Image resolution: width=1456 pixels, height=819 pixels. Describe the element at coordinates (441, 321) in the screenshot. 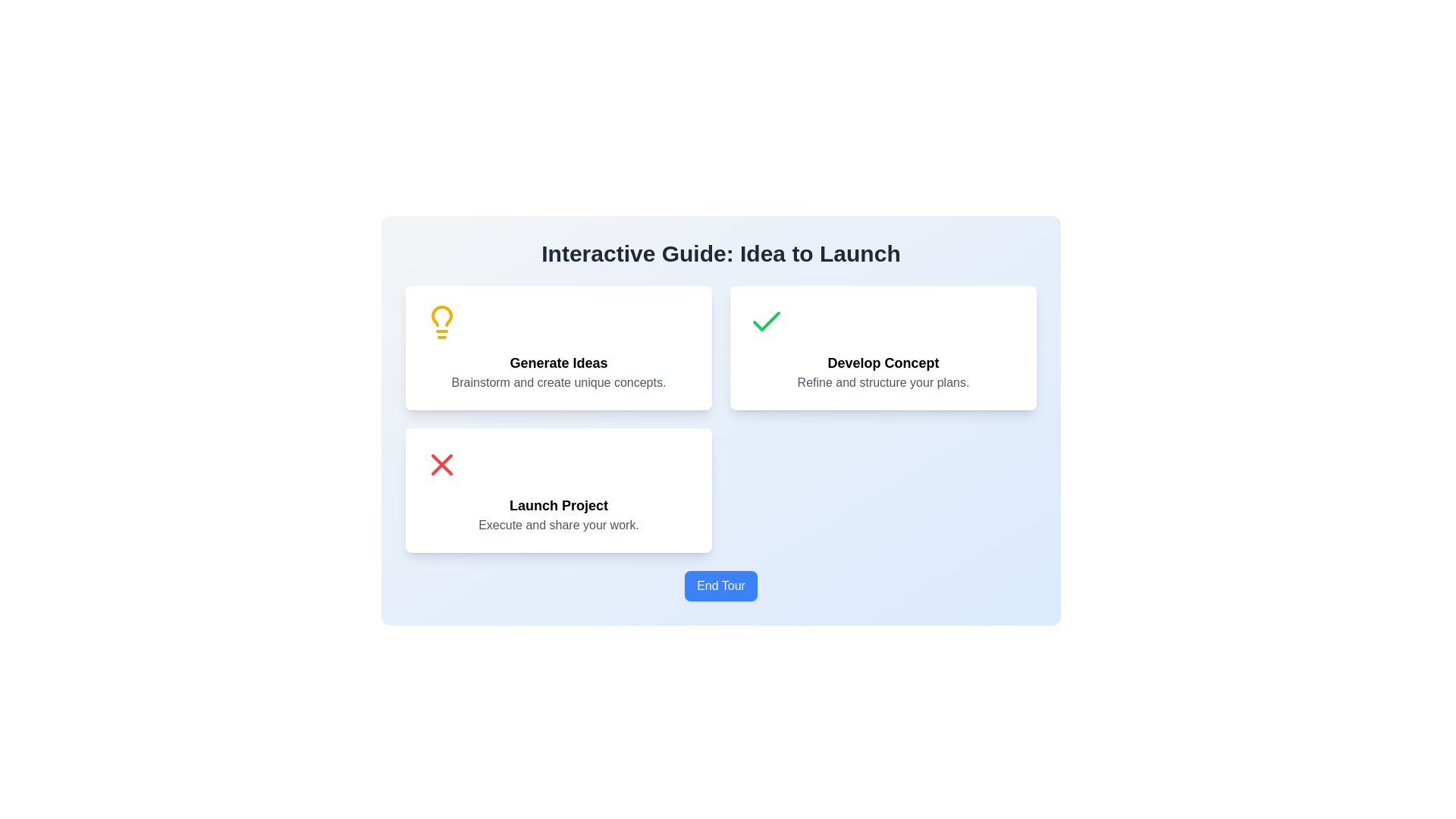

I see `the icon representing the idea generation process located in the 'Generate Ideas' card, which is part of a three-card grid layout` at that location.